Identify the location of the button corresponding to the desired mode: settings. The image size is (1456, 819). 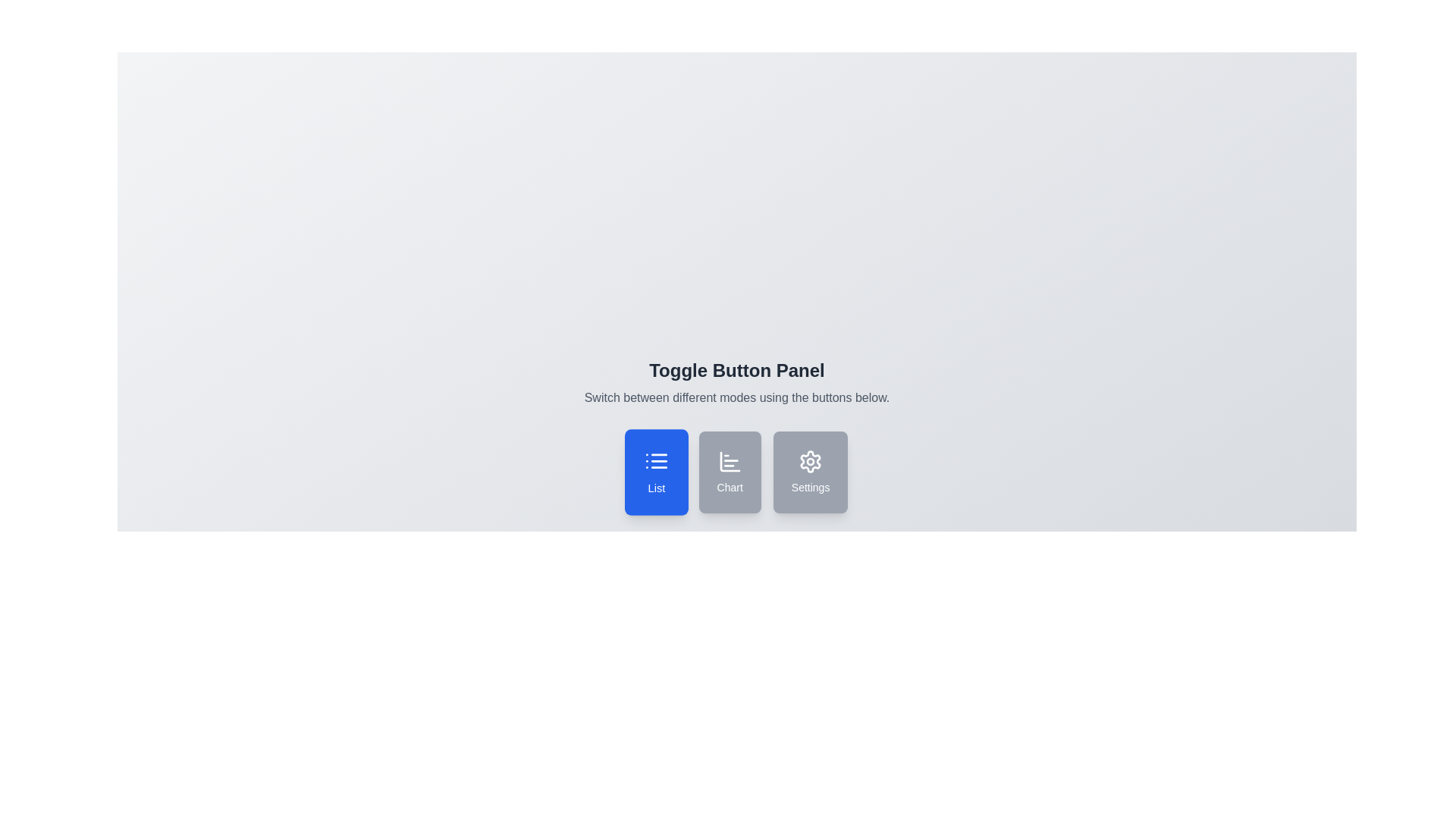
(810, 472).